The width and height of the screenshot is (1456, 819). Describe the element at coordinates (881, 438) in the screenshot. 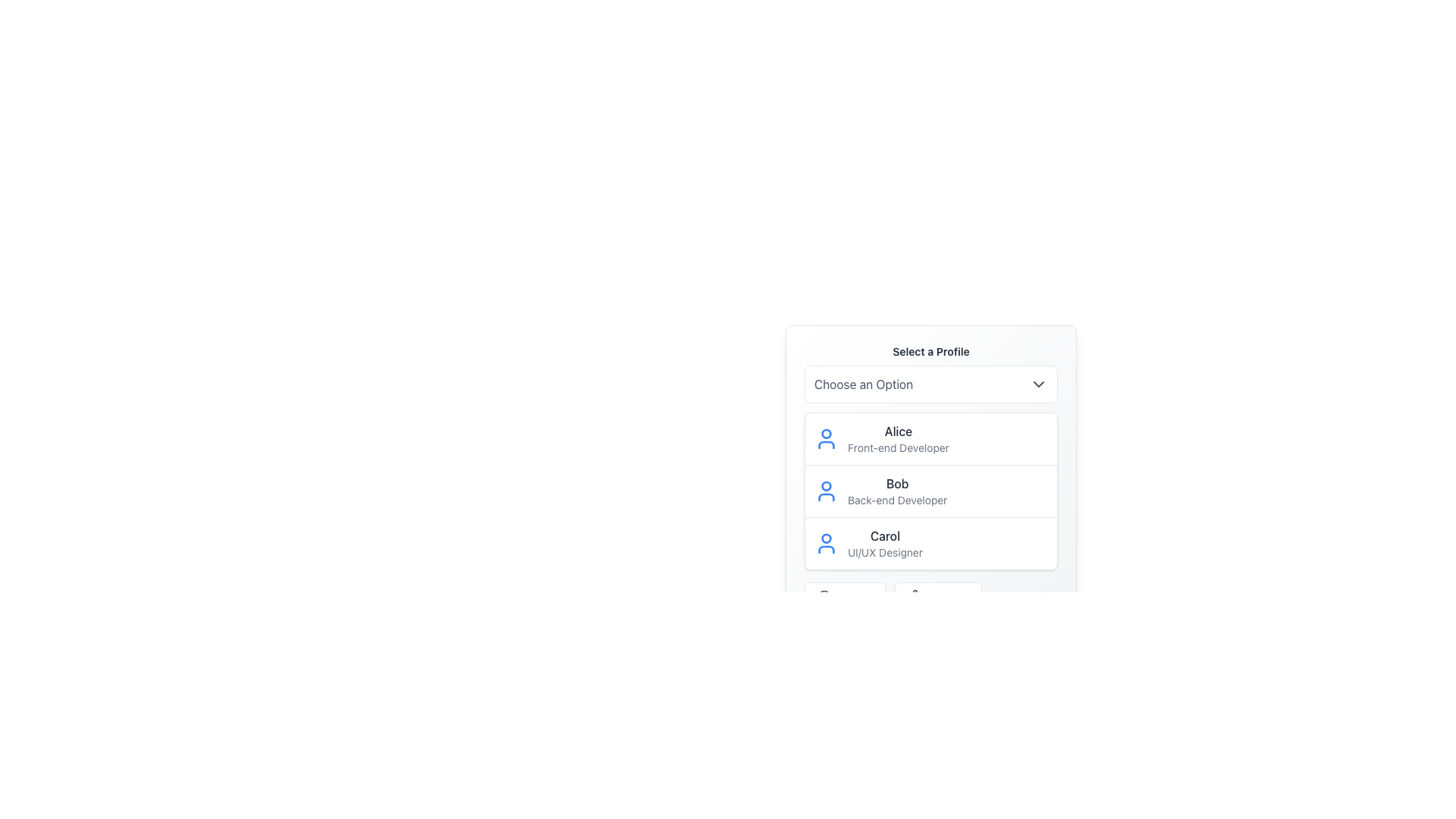

I see `the profile item for 'Alice', which is the first item in the list and contains a blue user silhouette icon and the text 'Alice' with the label 'Front-end Developer'` at that location.